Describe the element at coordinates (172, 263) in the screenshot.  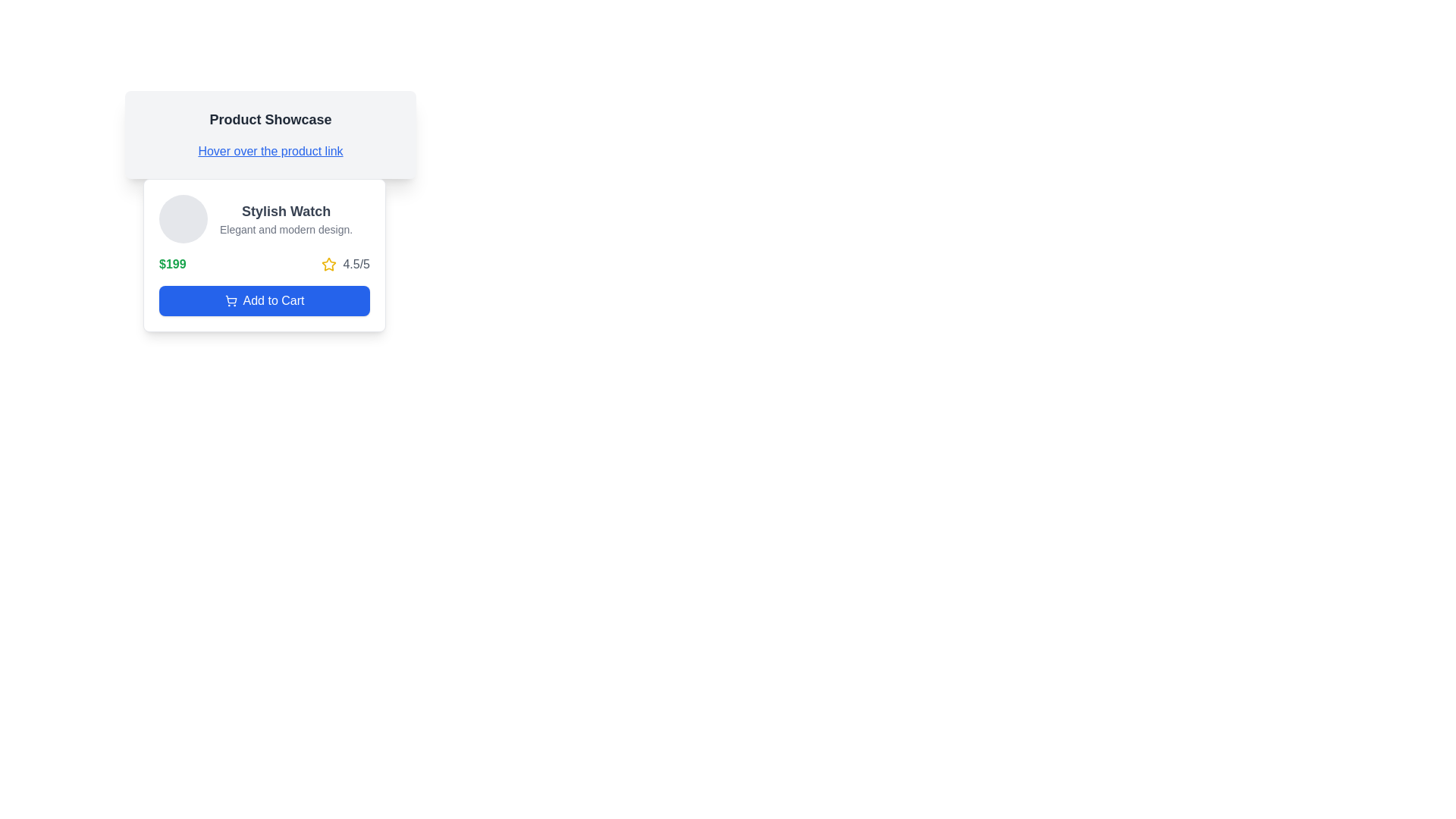
I see `the green, bold text label displaying the price '$199', which is located at the leftmost side of a horizontal layout` at that location.